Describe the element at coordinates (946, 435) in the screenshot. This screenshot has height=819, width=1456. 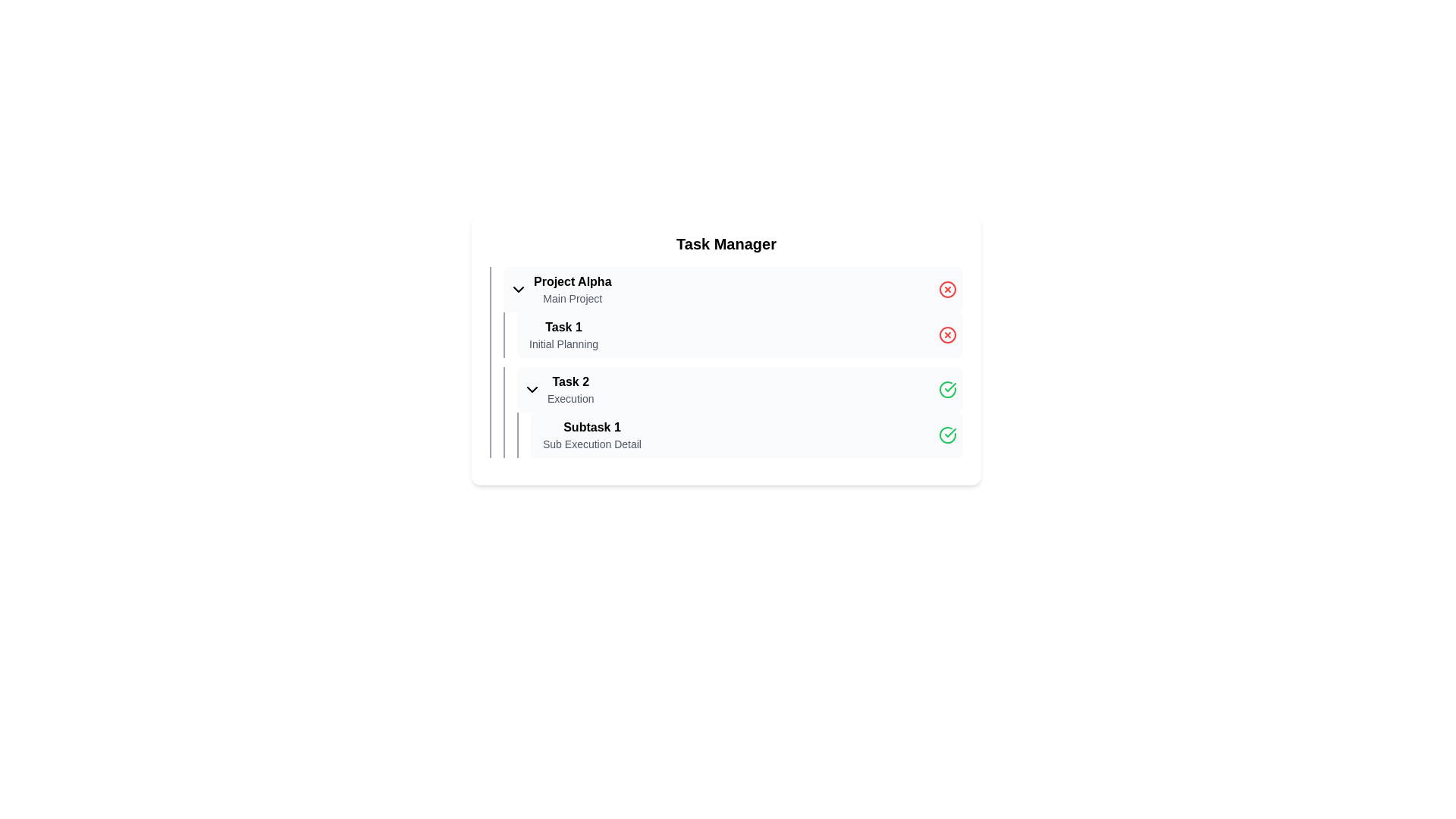
I see `the circular icon with a green border and white checkmark, located at the far right side of the row labeled 'Subtask 1'` at that location.